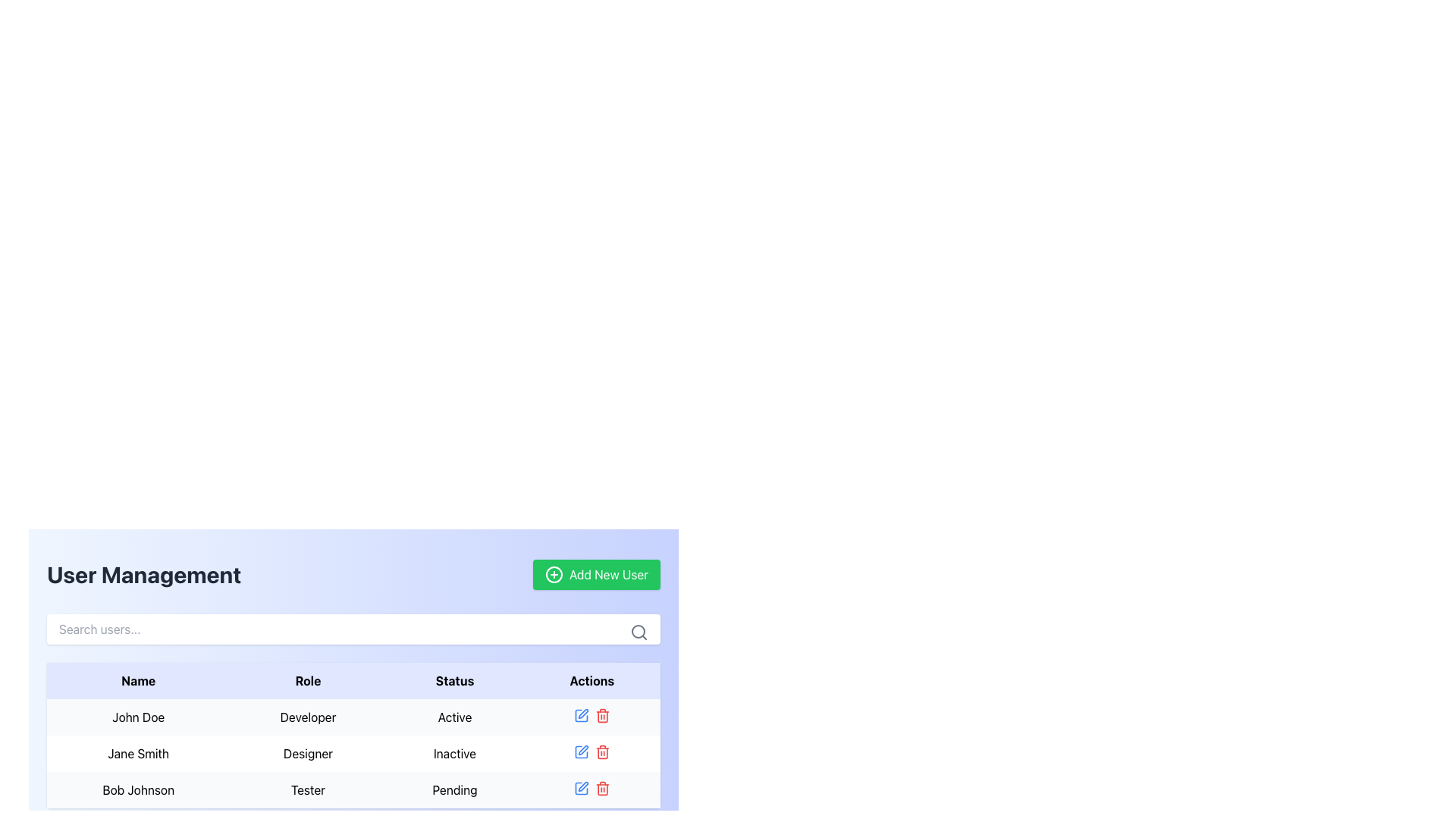 The width and height of the screenshot is (1456, 819). I want to click on the text label 'Active' located in the 'Status' column of the first row for user 'John Doe' and role 'Developer', so click(454, 717).